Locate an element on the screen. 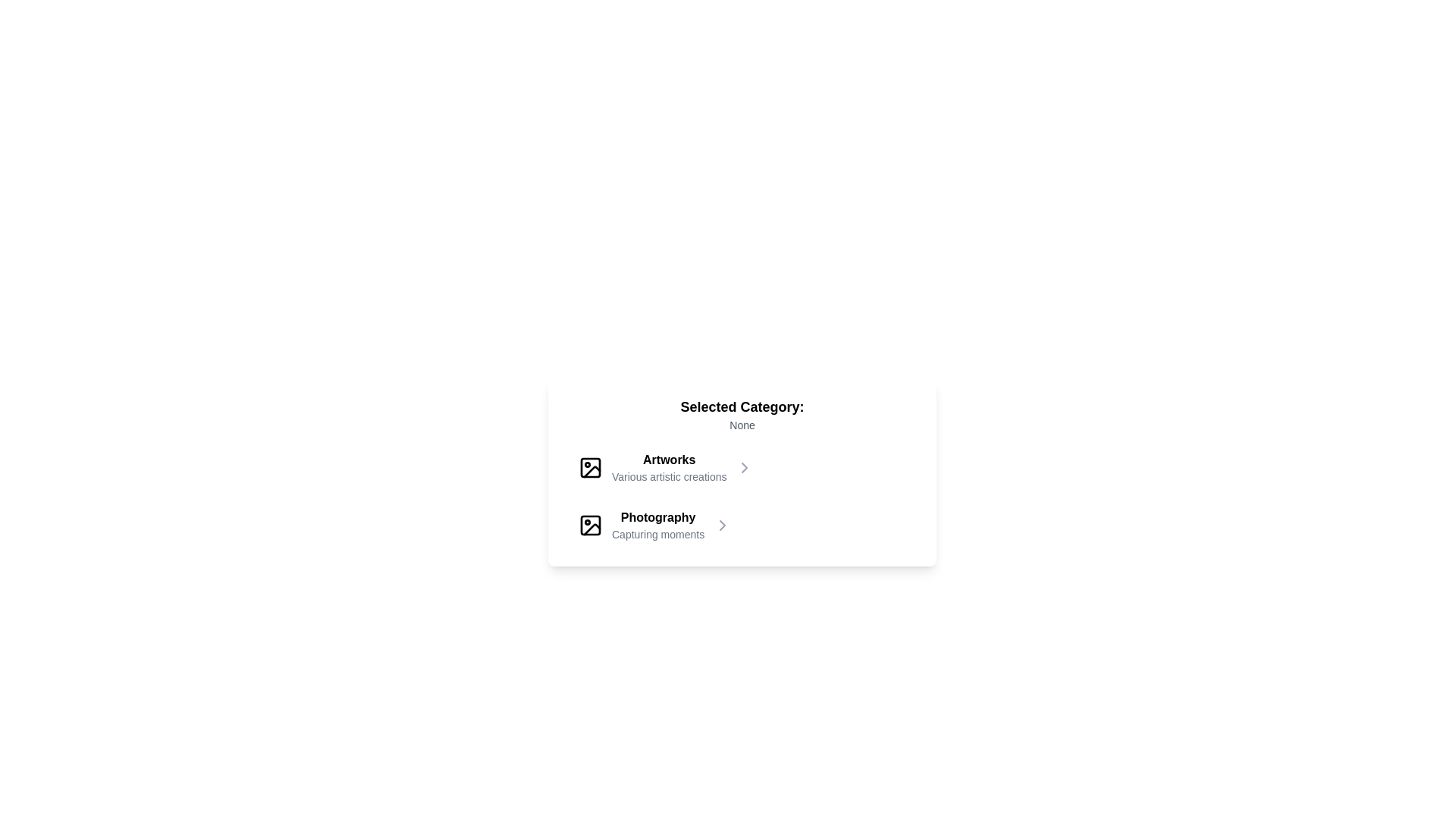 This screenshot has height=819, width=1456. the static text label that indicates the currently selected category in the system interface, which is centrally positioned in the upper section of the interface is located at coordinates (742, 406).